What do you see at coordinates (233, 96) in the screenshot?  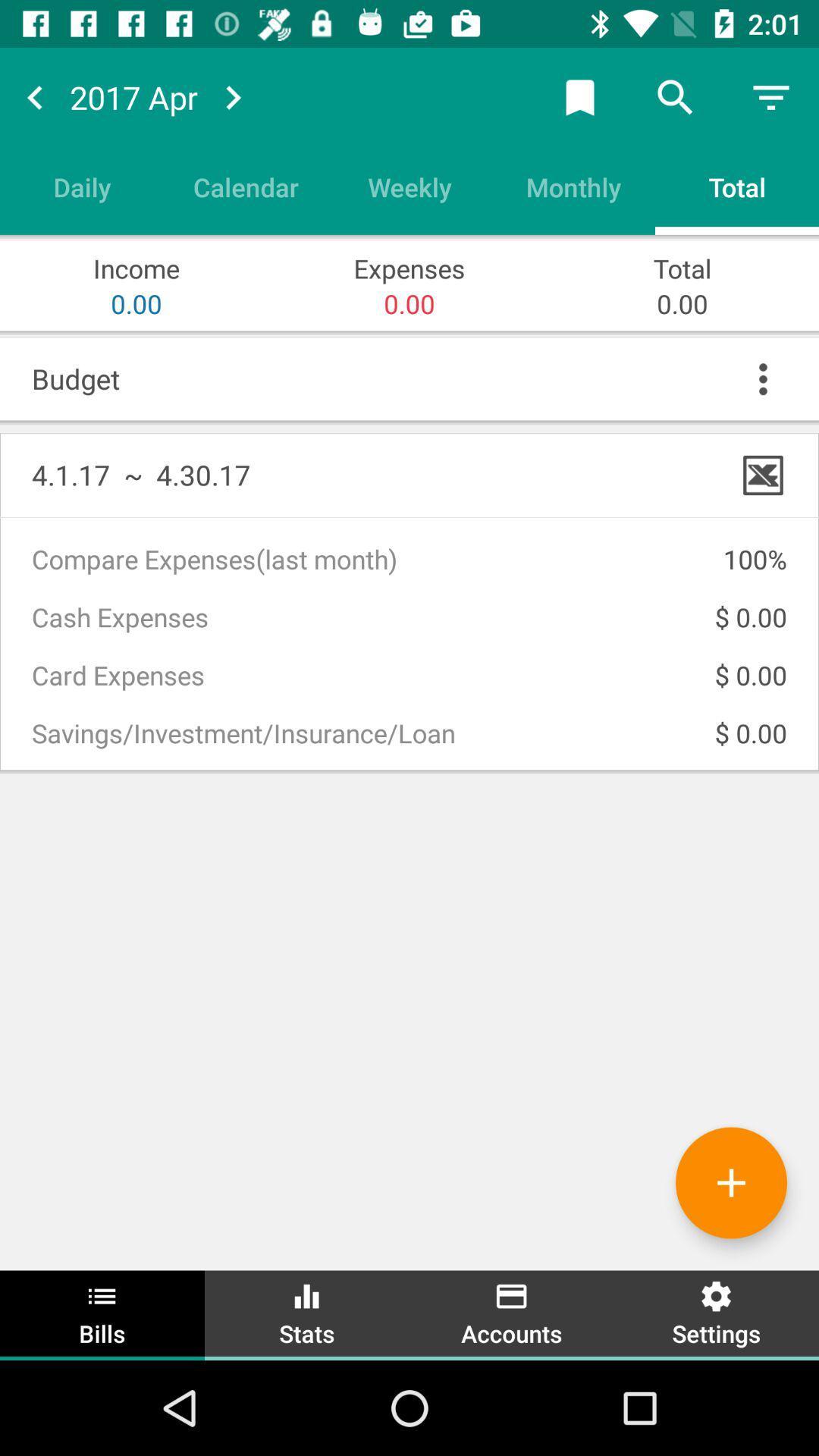 I see `next month` at bounding box center [233, 96].